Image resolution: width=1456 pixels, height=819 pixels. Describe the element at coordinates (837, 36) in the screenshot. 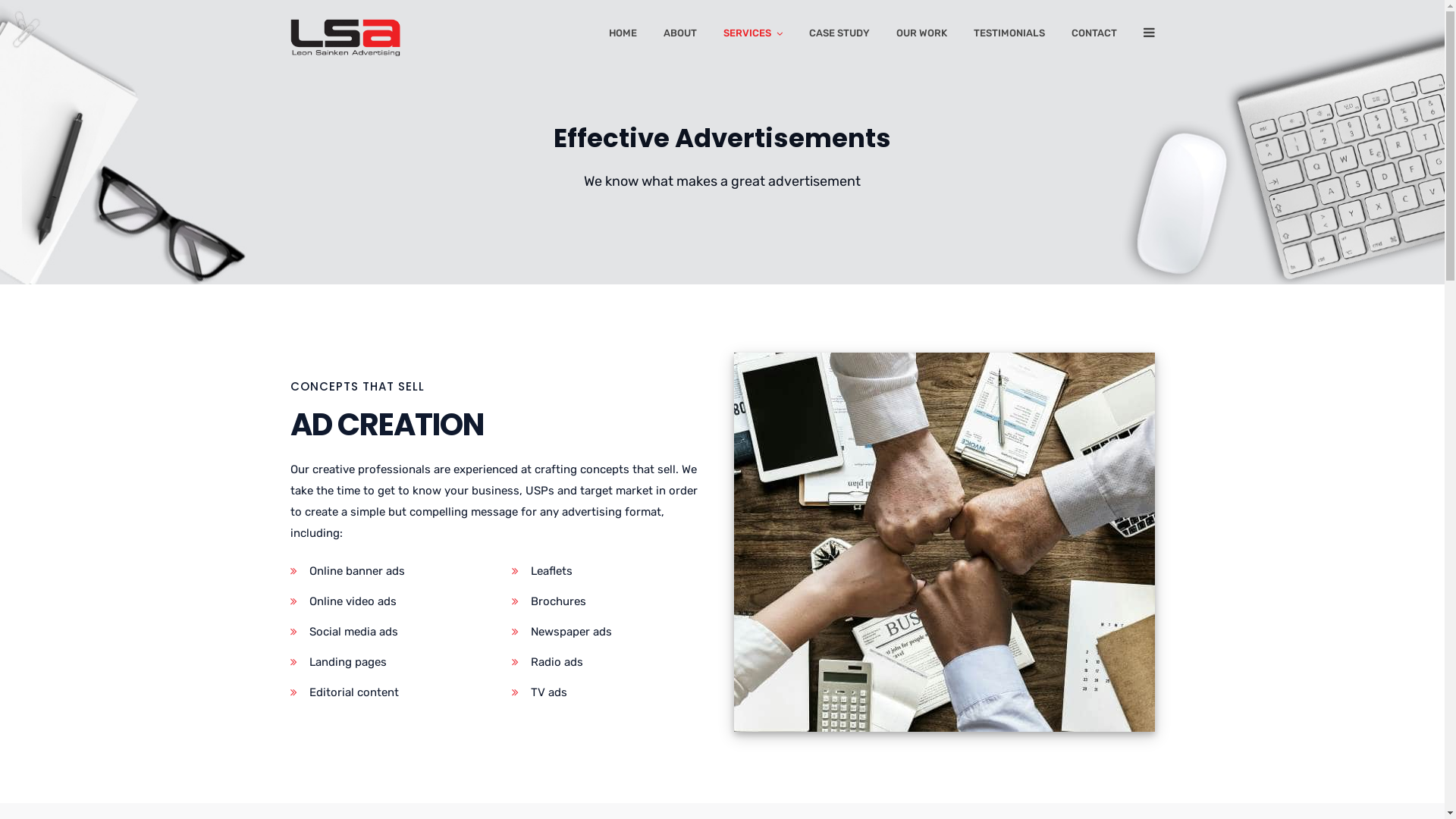

I see `'CASE STUDY'` at that location.